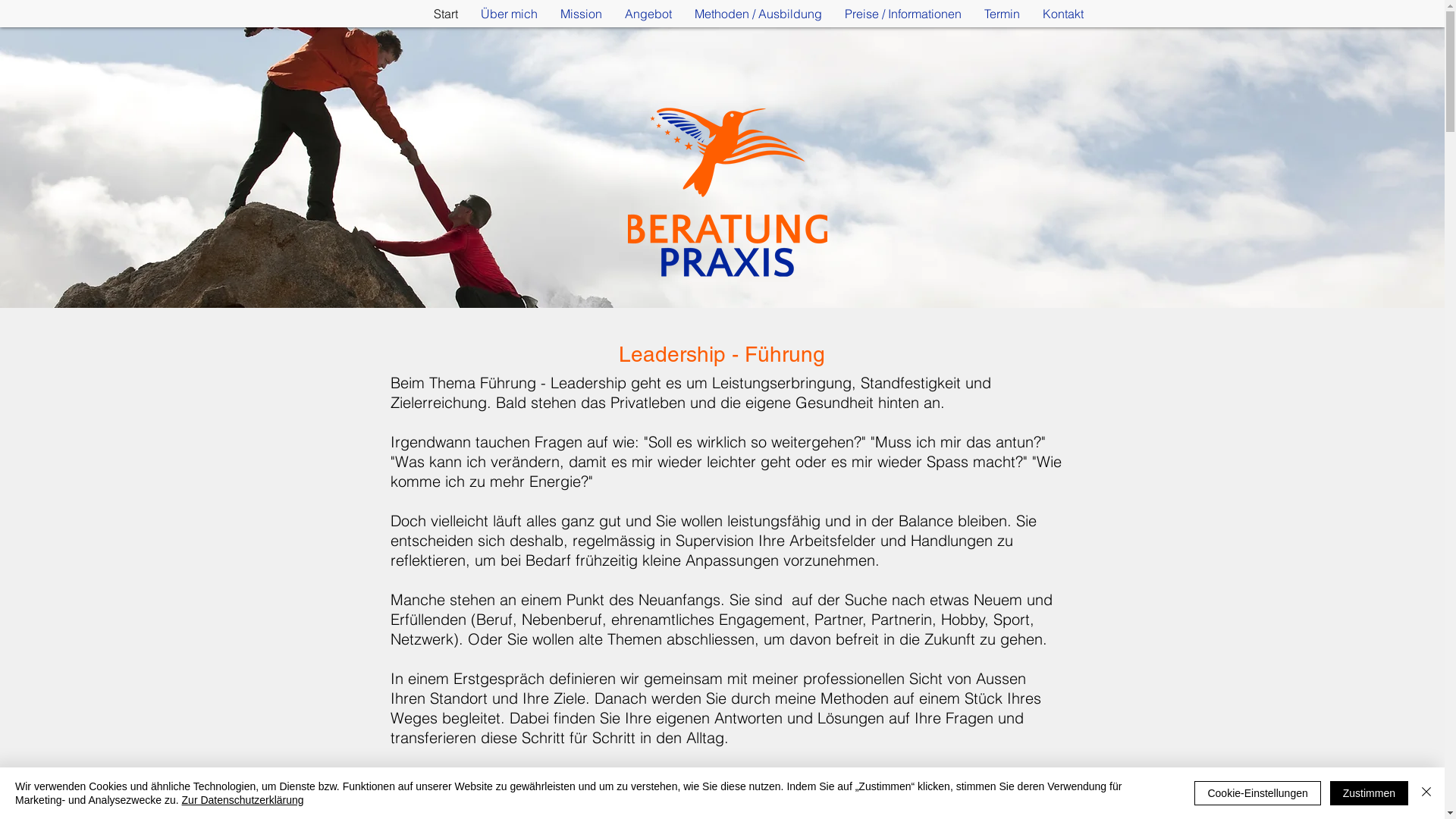 Image resolution: width=1456 pixels, height=819 pixels. I want to click on 'Preise / Informationen', so click(832, 14).